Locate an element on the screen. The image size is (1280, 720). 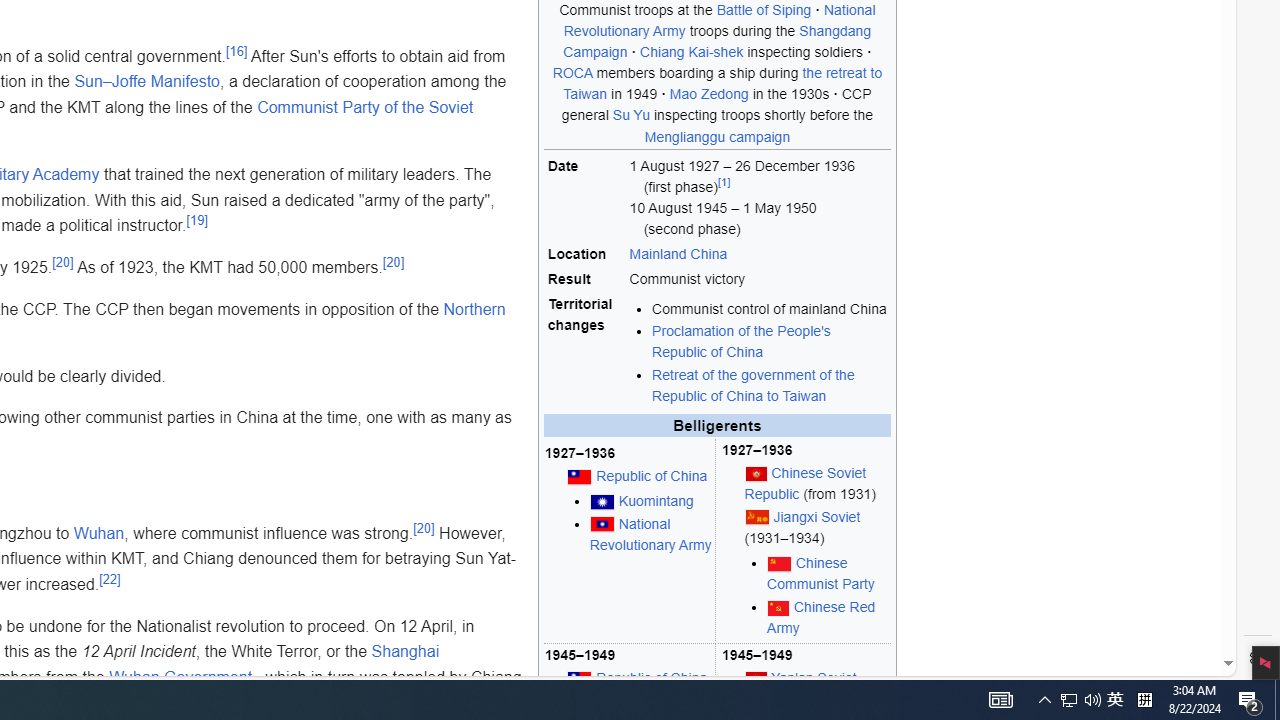
'Battle of Siping' is located at coordinates (762, 9).